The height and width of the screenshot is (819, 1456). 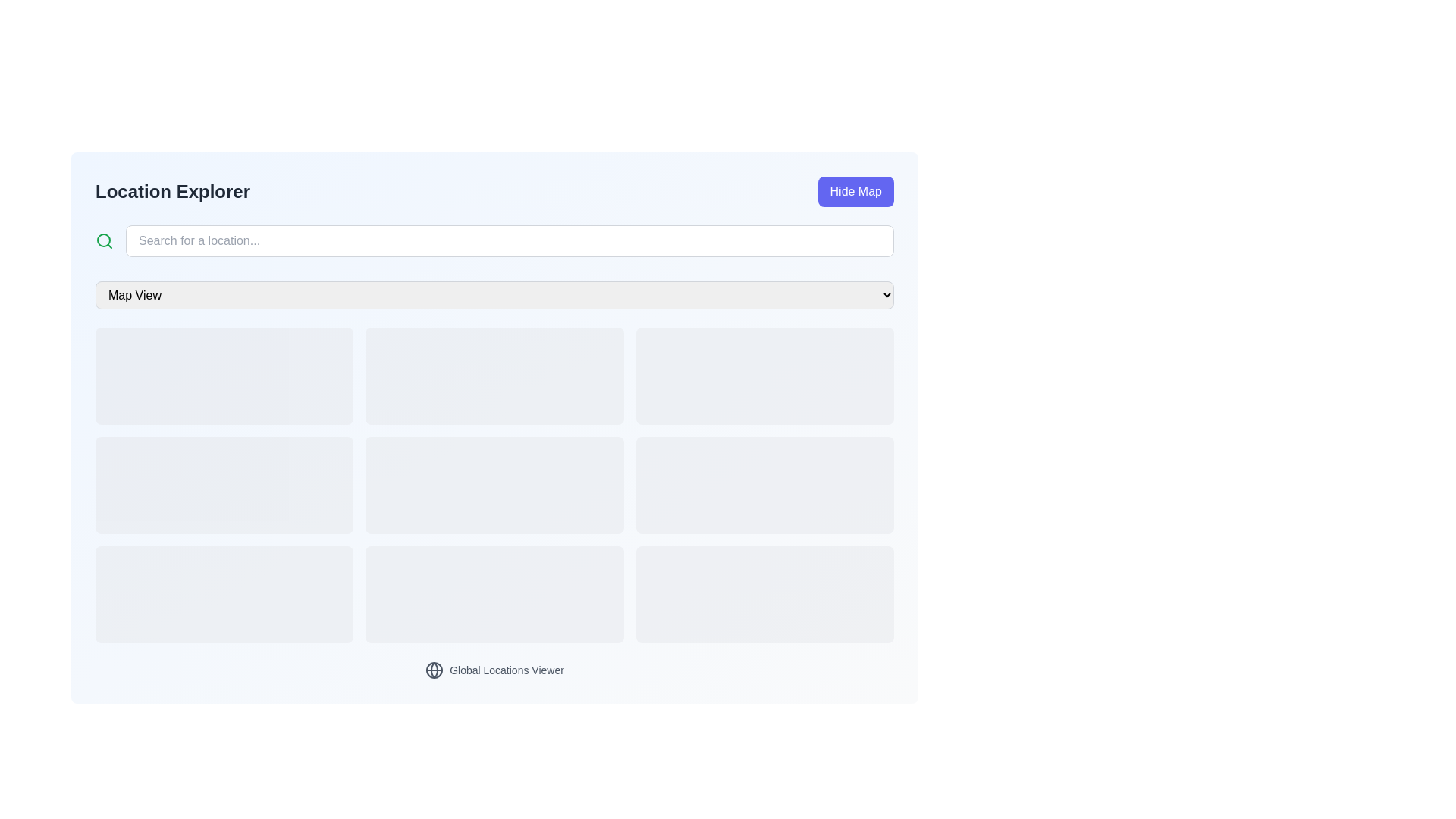 I want to click on text content of the bold heading labeled 'Location Explorer', which is prominently displayed in dark gray at the top-left corner of the interface, just to the left of the 'Hide Map' button, so click(x=173, y=191).